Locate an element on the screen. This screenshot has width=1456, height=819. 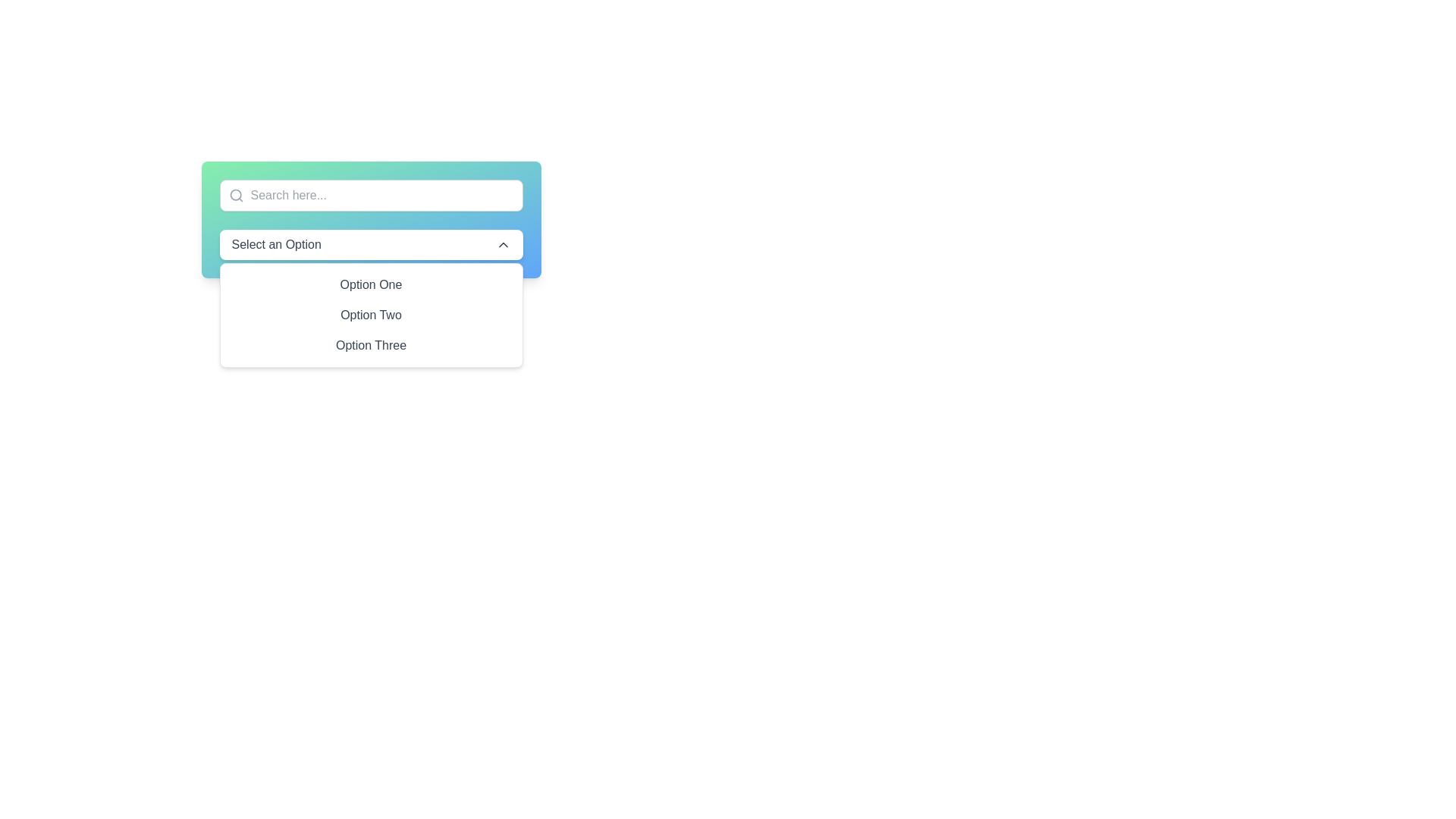
the horizontally centered menu item labeled 'Option Two' is located at coordinates (371, 315).